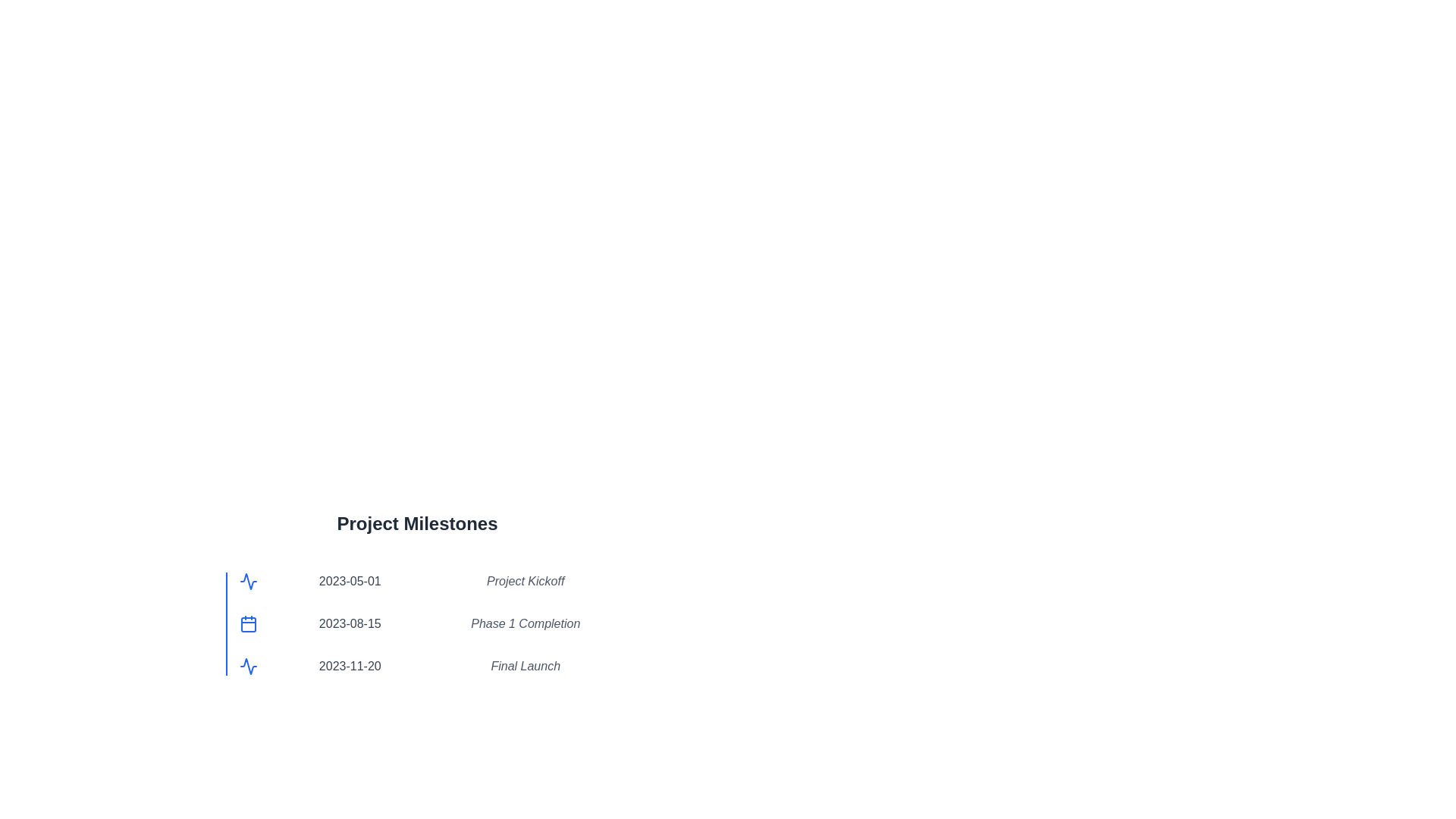 Image resolution: width=1456 pixels, height=819 pixels. What do you see at coordinates (349, 666) in the screenshot?
I see `the text label displaying '2023-11-20' which is styled in gray and aligned with milestone data, located in the bottom row of project milestones` at bounding box center [349, 666].